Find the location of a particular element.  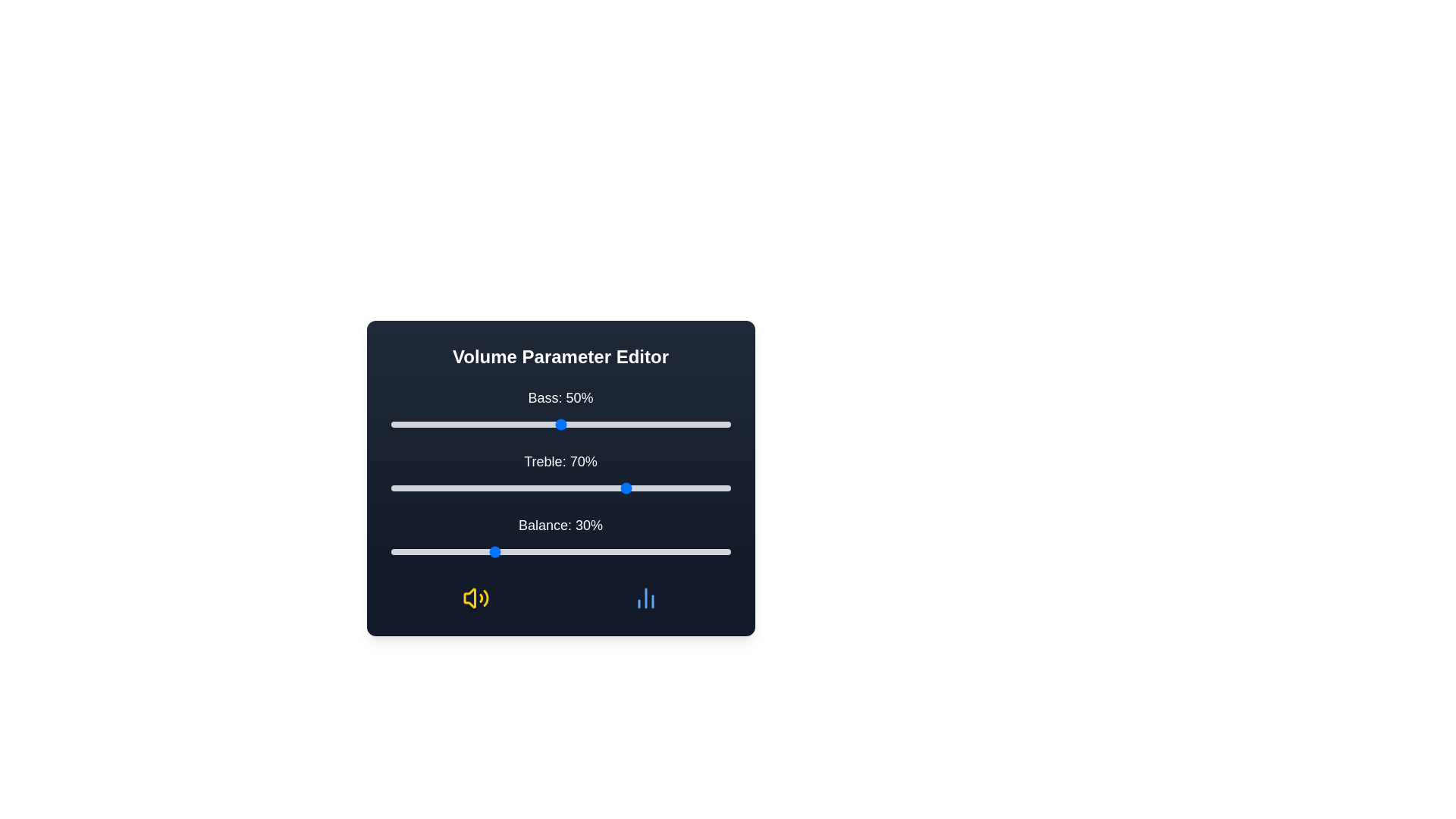

the decorative icon chart is located at coordinates (645, 598).